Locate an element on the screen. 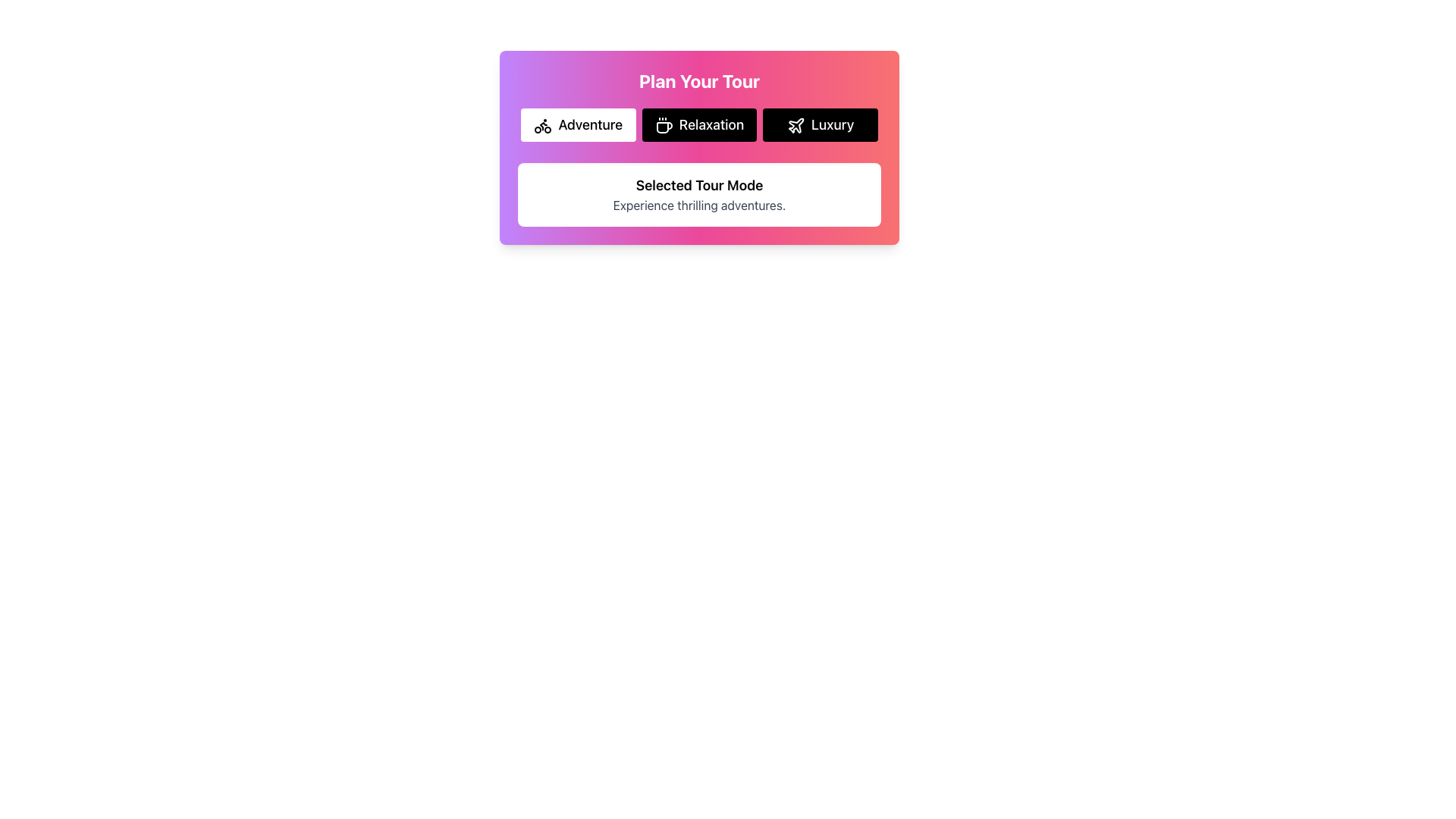 This screenshot has width=1456, height=819. the textual heading 'Plan Your Tour' which is displayed in bold white font and centered within a gradient background transitioning from purple to red is located at coordinates (698, 81).